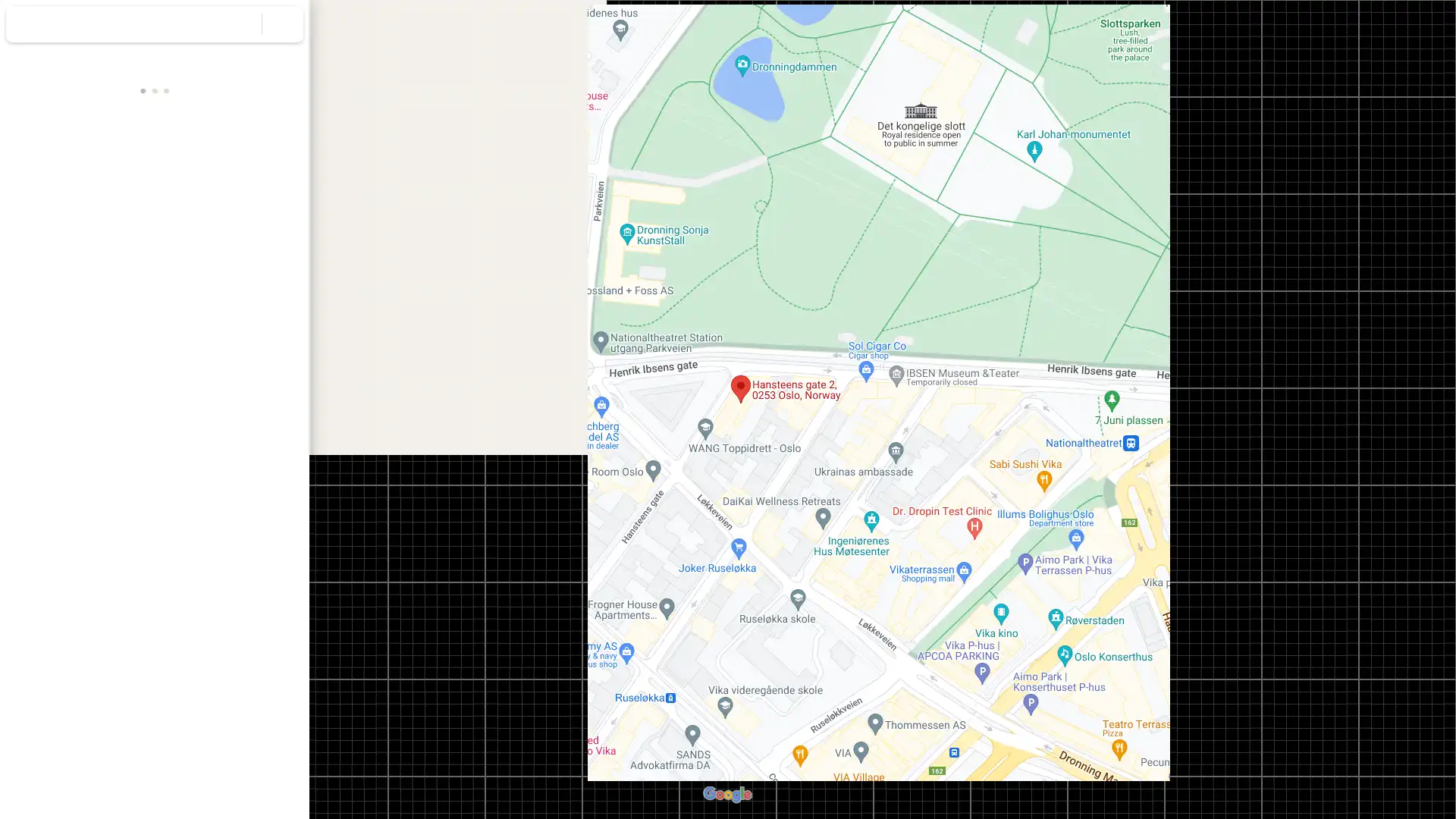 The image size is (1456, 819). Describe the element at coordinates (209, 309) in the screenshot. I see `Send Hansteens gate 2 to your phone` at that location.